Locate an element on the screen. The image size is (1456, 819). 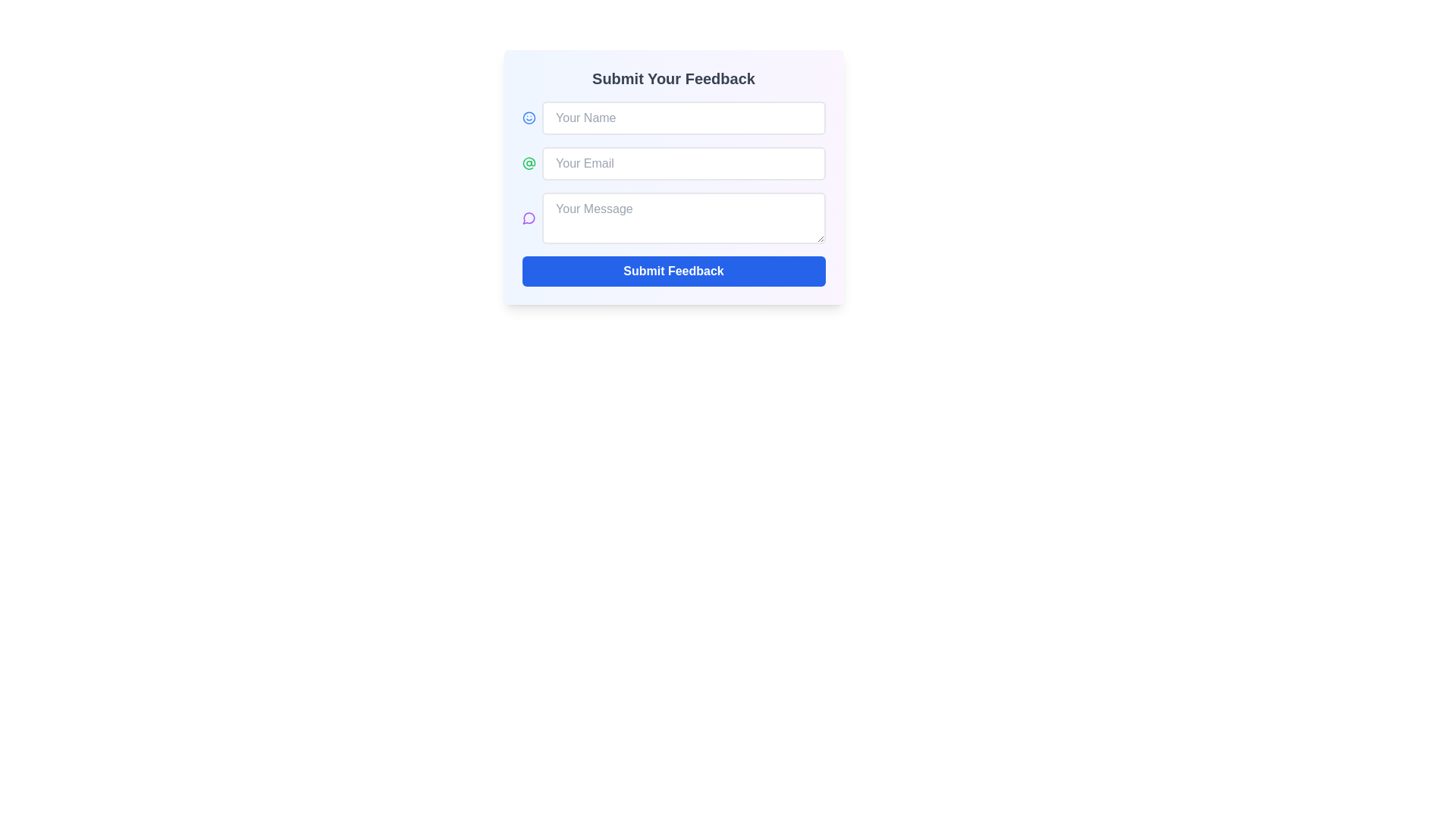
the '@' symbol icon located to the left of the 'Your Email' input field in the second row of the form is located at coordinates (529, 164).